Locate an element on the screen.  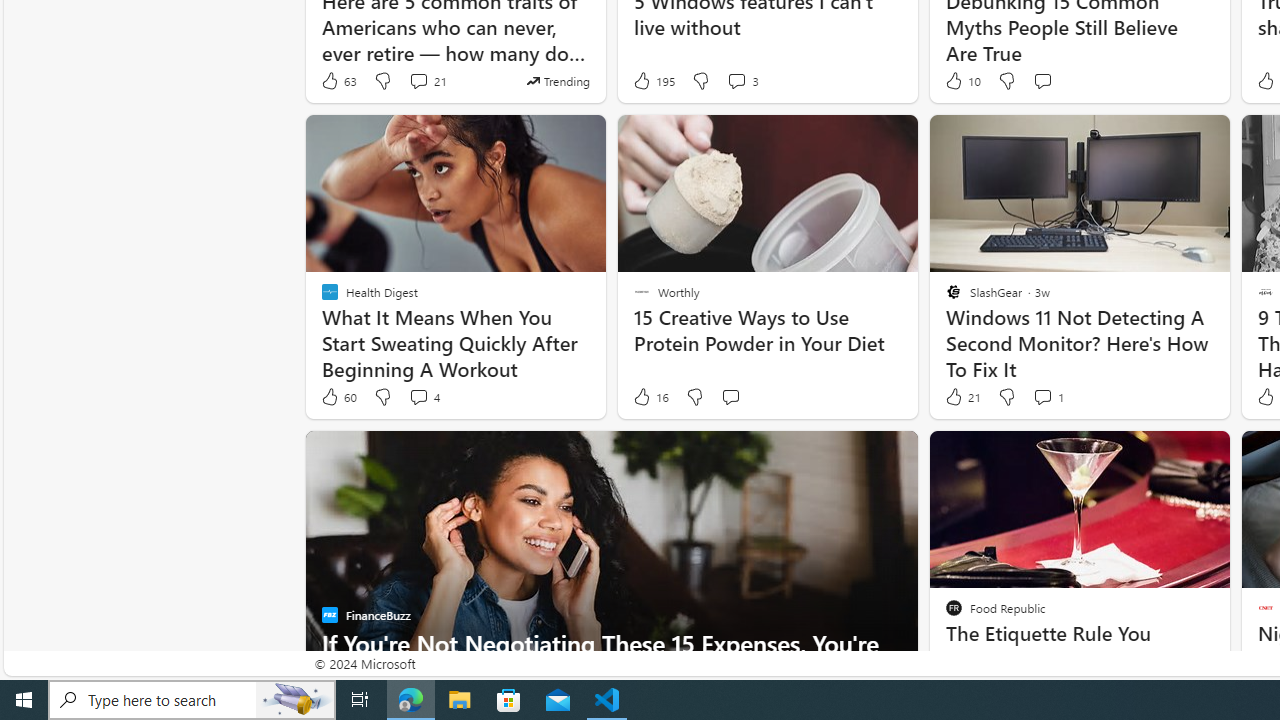
'60 Like' is located at coordinates (337, 397).